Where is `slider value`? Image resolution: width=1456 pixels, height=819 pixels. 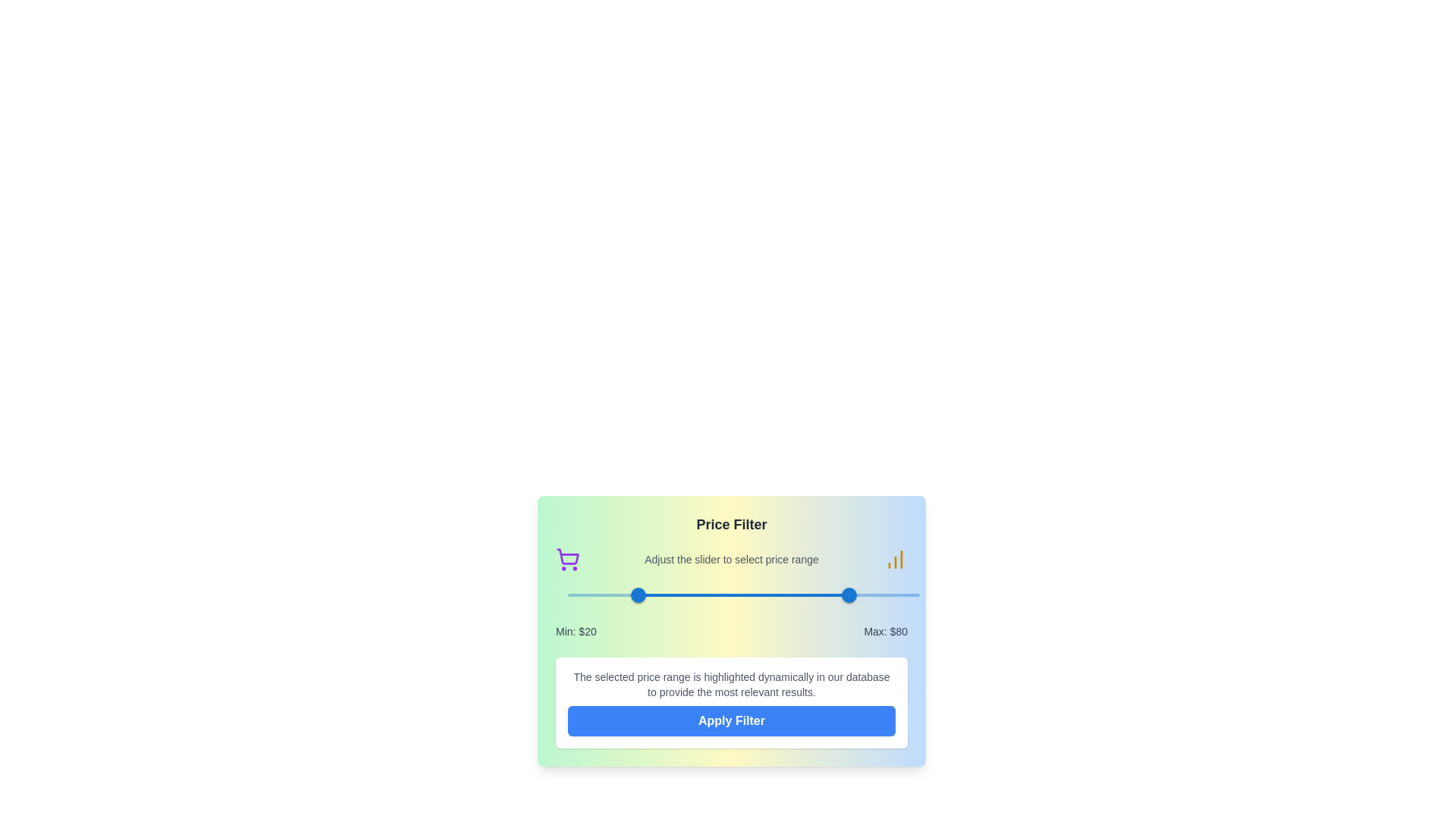 slider value is located at coordinates (856, 595).